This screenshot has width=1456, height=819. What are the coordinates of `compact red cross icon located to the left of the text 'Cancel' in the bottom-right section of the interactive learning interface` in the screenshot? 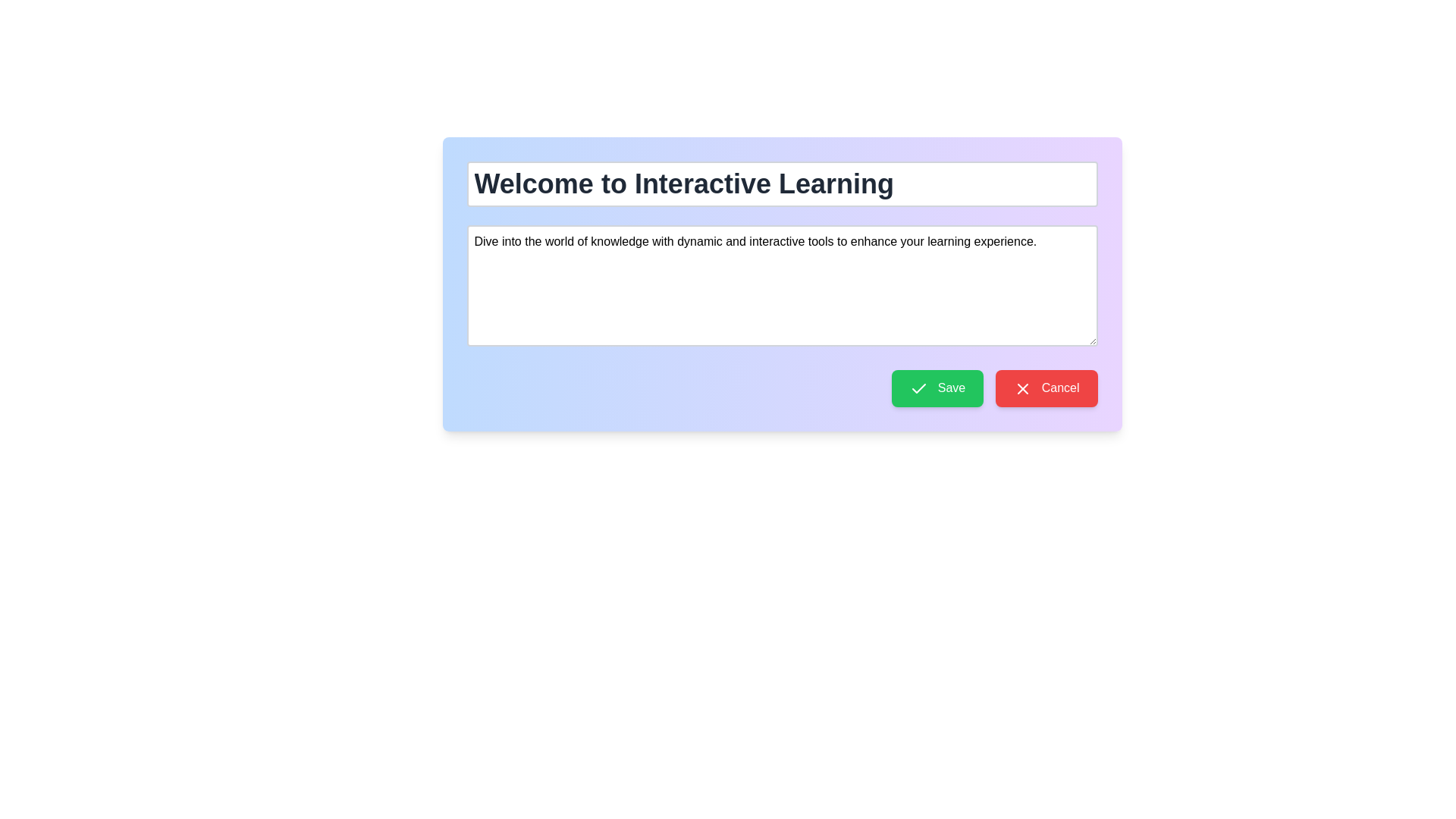 It's located at (1023, 388).